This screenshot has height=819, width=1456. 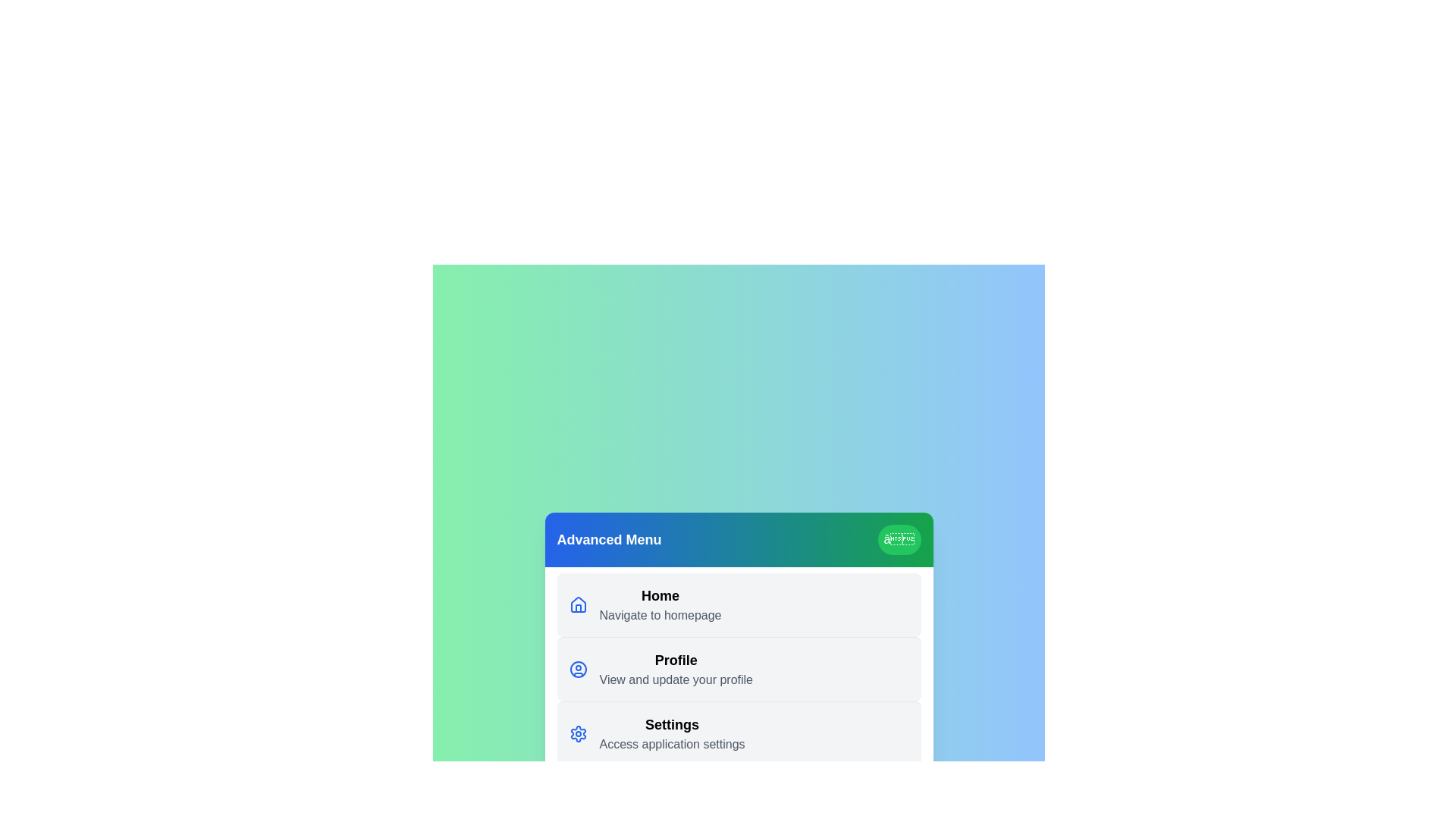 What do you see at coordinates (899, 539) in the screenshot?
I see `button labeled '−' to toggle the menu visibility` at bounding box center [899, 539].